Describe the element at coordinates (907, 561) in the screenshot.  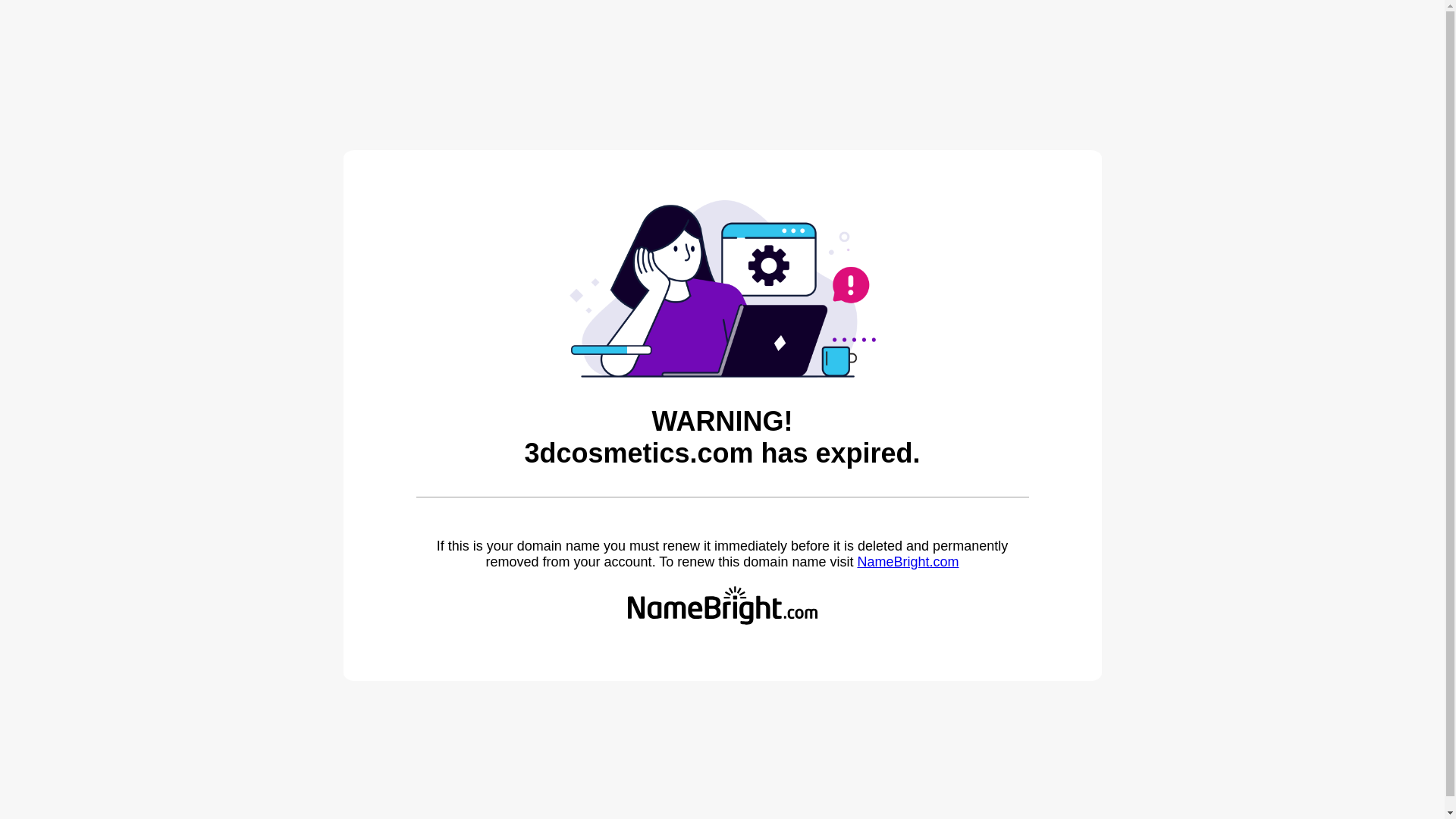
I see `'NameBright.com'` at that location.